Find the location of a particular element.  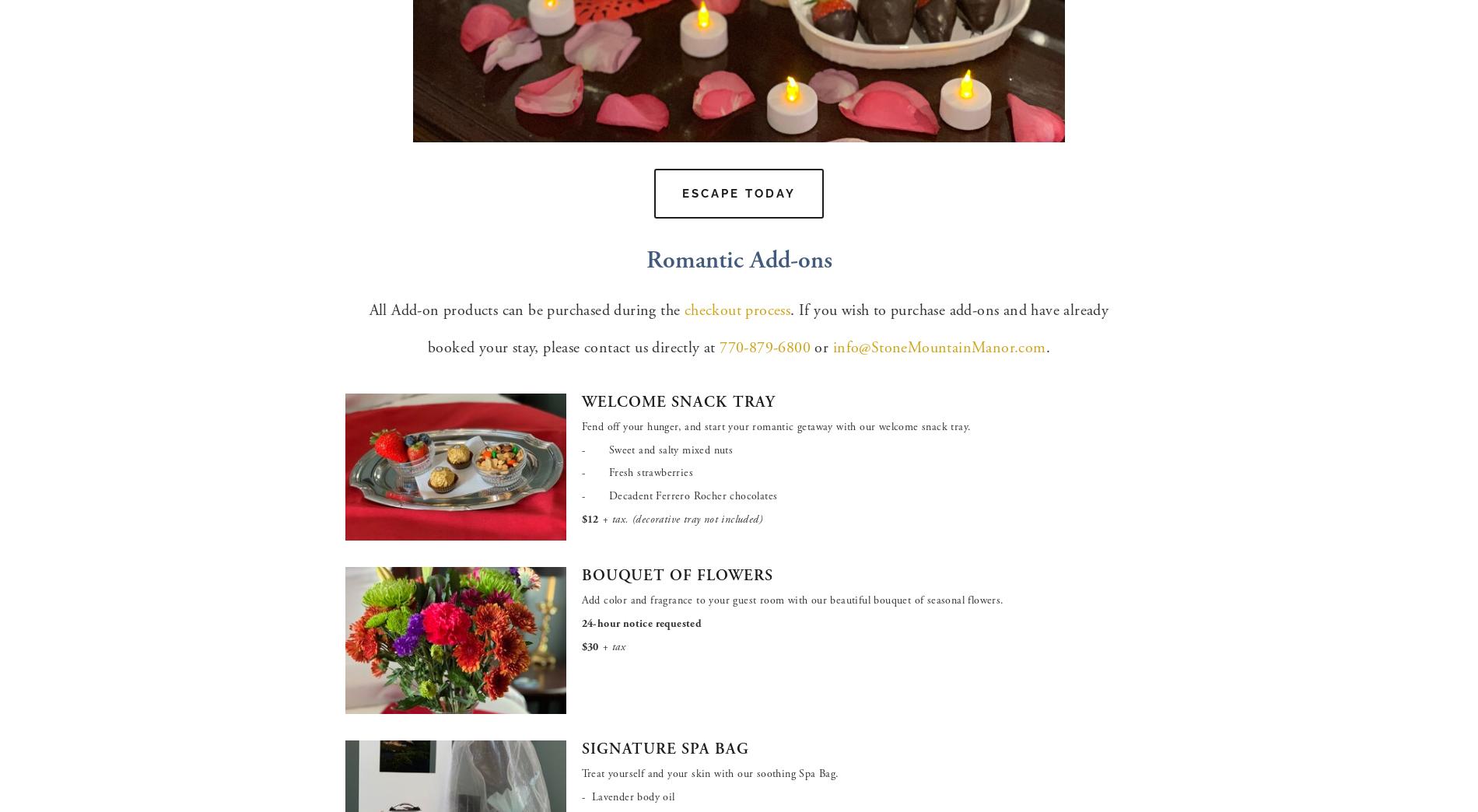

'Bouquet of Flowers' is located at coordinates (676, 576).